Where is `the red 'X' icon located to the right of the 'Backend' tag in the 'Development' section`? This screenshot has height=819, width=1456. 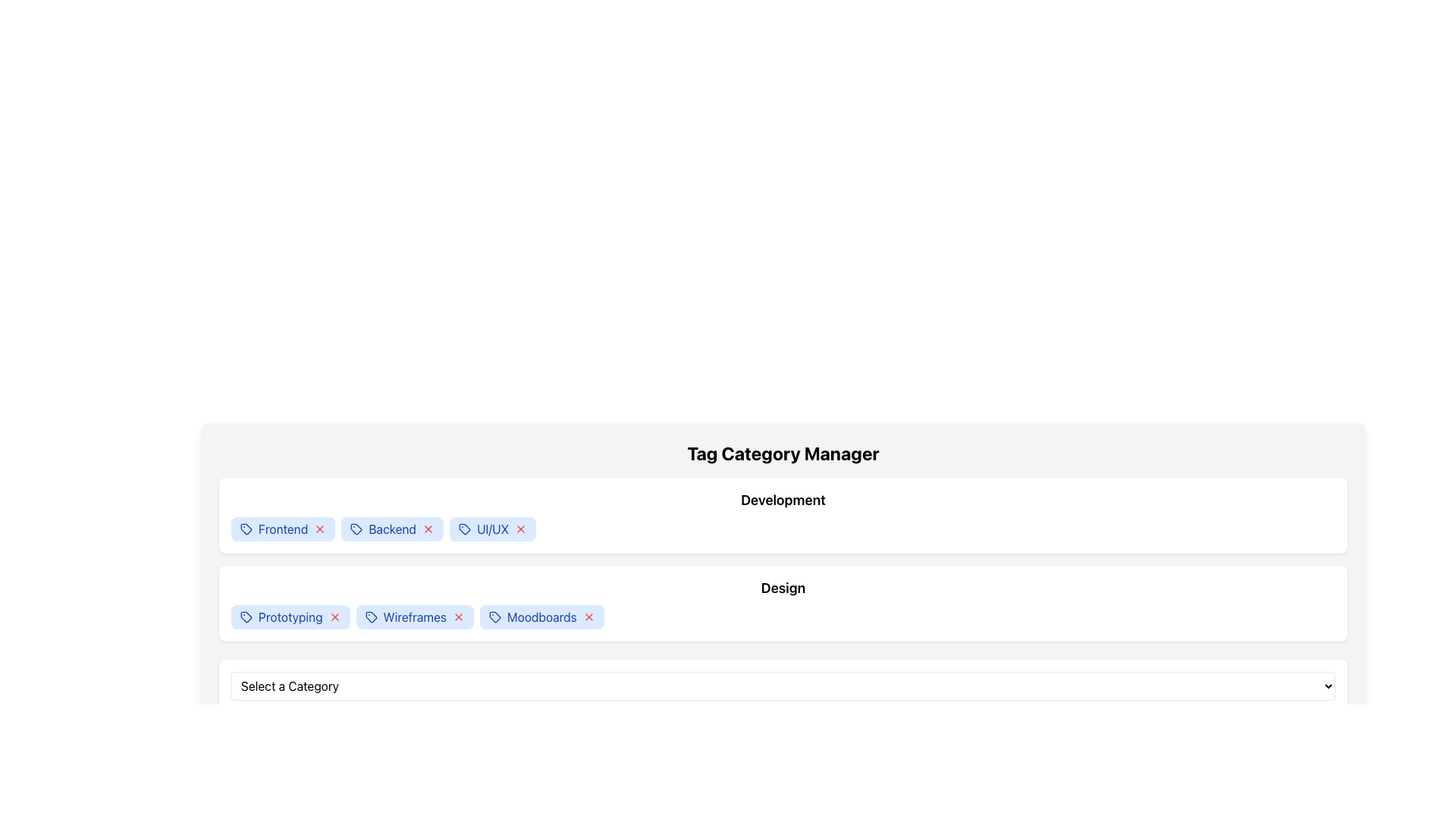
the red 'X' icon located to the right of the 'Backend' tag in the 'Development' section is located at coordinates (428, 529).